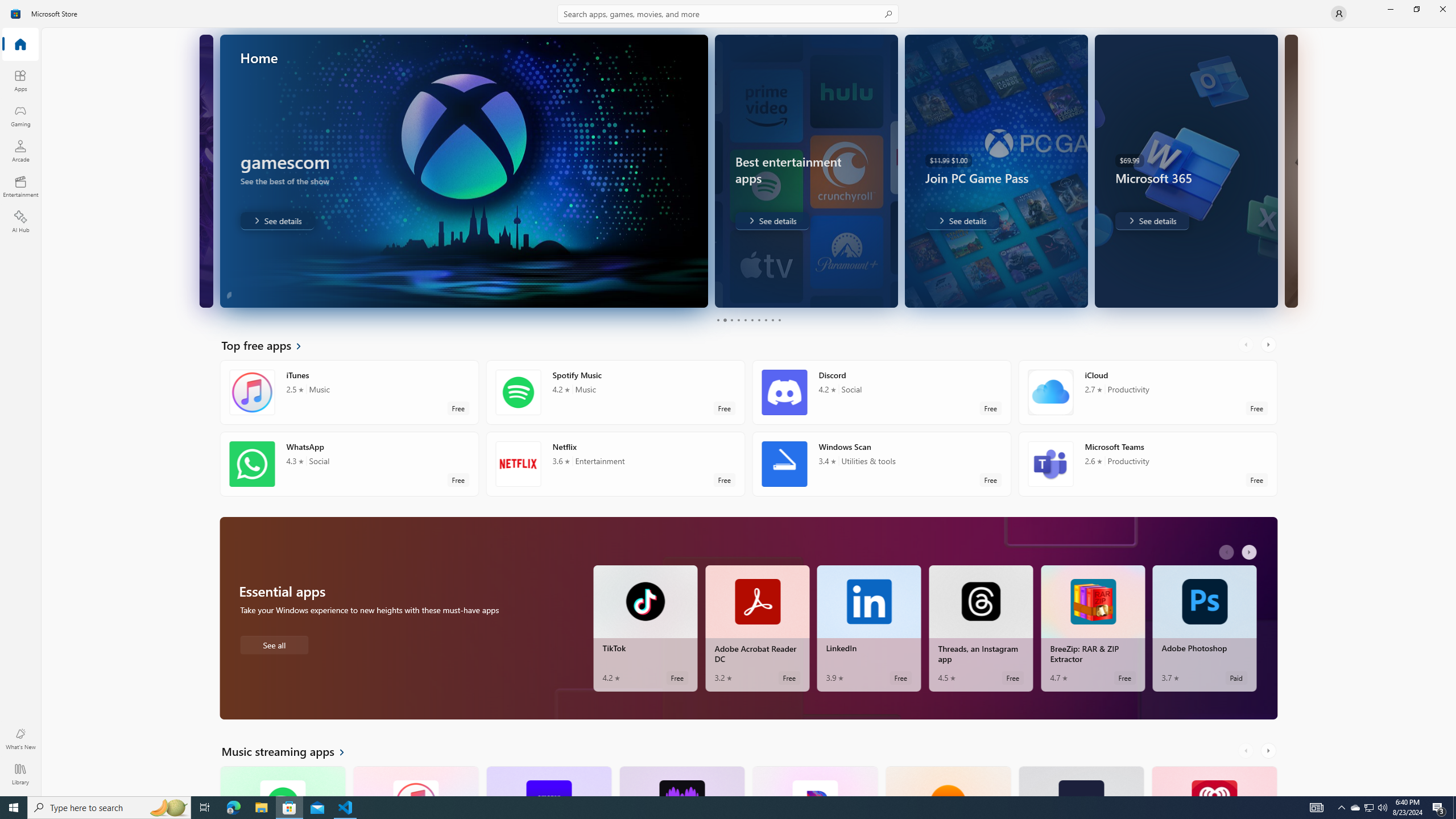 This screenshot has width=1456, height=819. I want to click on 'Gaming', so click(19, 115).